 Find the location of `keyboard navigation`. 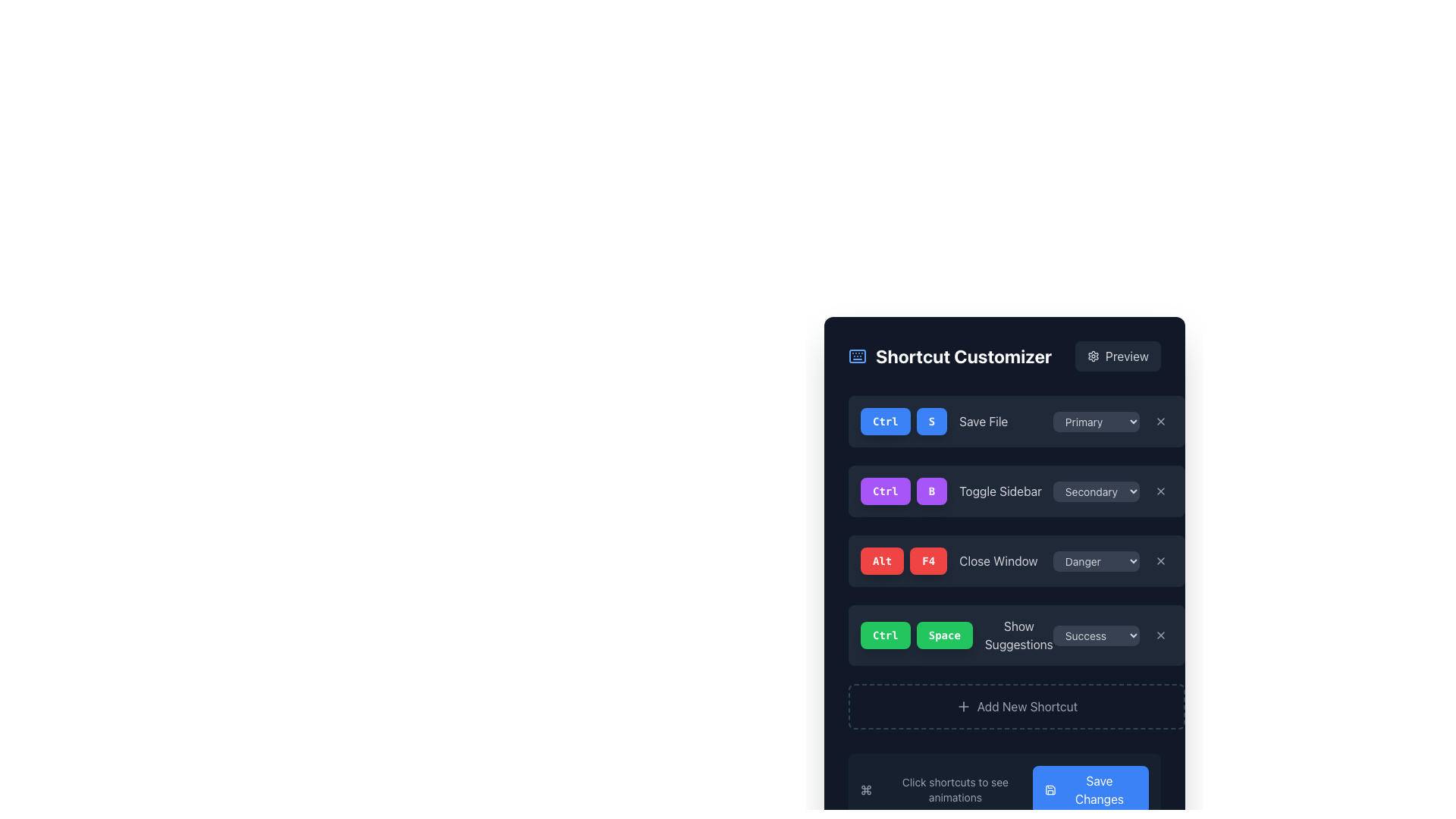

keyboard navigation is located at coordinates (1159, 421).